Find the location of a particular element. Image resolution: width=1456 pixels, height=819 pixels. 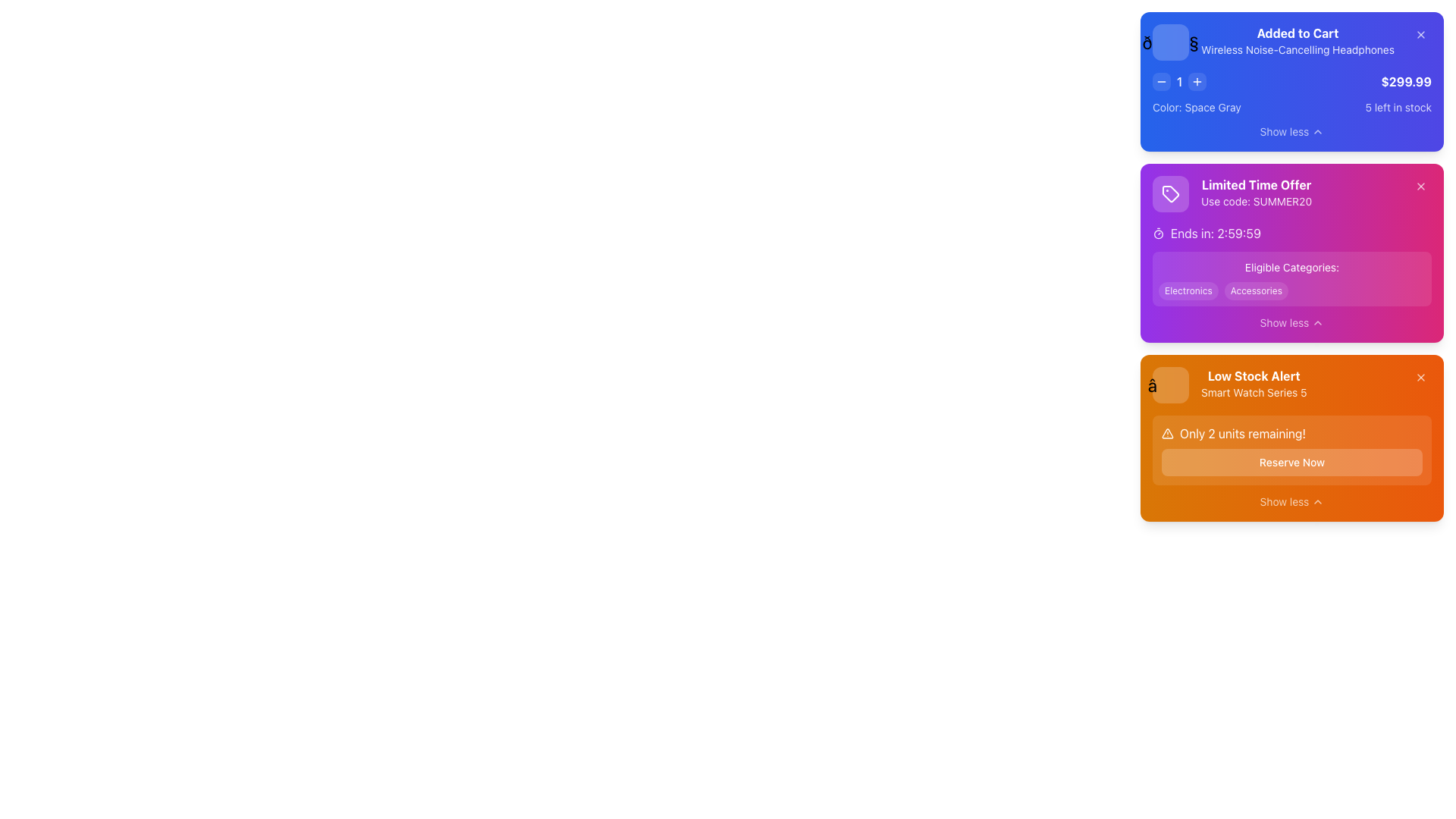

promotional message displayed in the text label that includes the discount code 'SUMMER20', located at the top-left corner of the middle card in the vertically stacked layout is located at coordinates (1232, 193).